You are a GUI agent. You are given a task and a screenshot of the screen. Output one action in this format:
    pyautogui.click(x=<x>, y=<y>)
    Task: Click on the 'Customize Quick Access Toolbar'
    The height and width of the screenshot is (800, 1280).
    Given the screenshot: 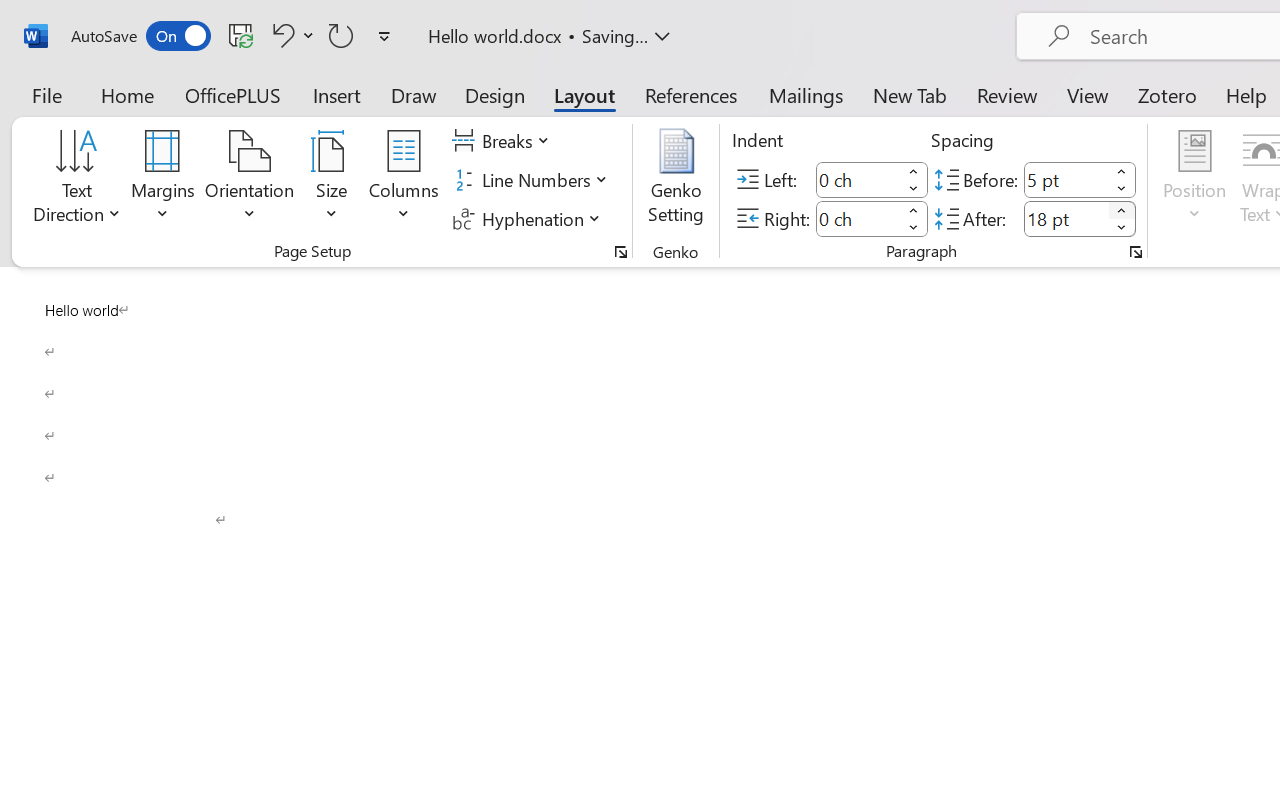 What is the action you would take?
    pyautogui.click(x=384, y=35)
    